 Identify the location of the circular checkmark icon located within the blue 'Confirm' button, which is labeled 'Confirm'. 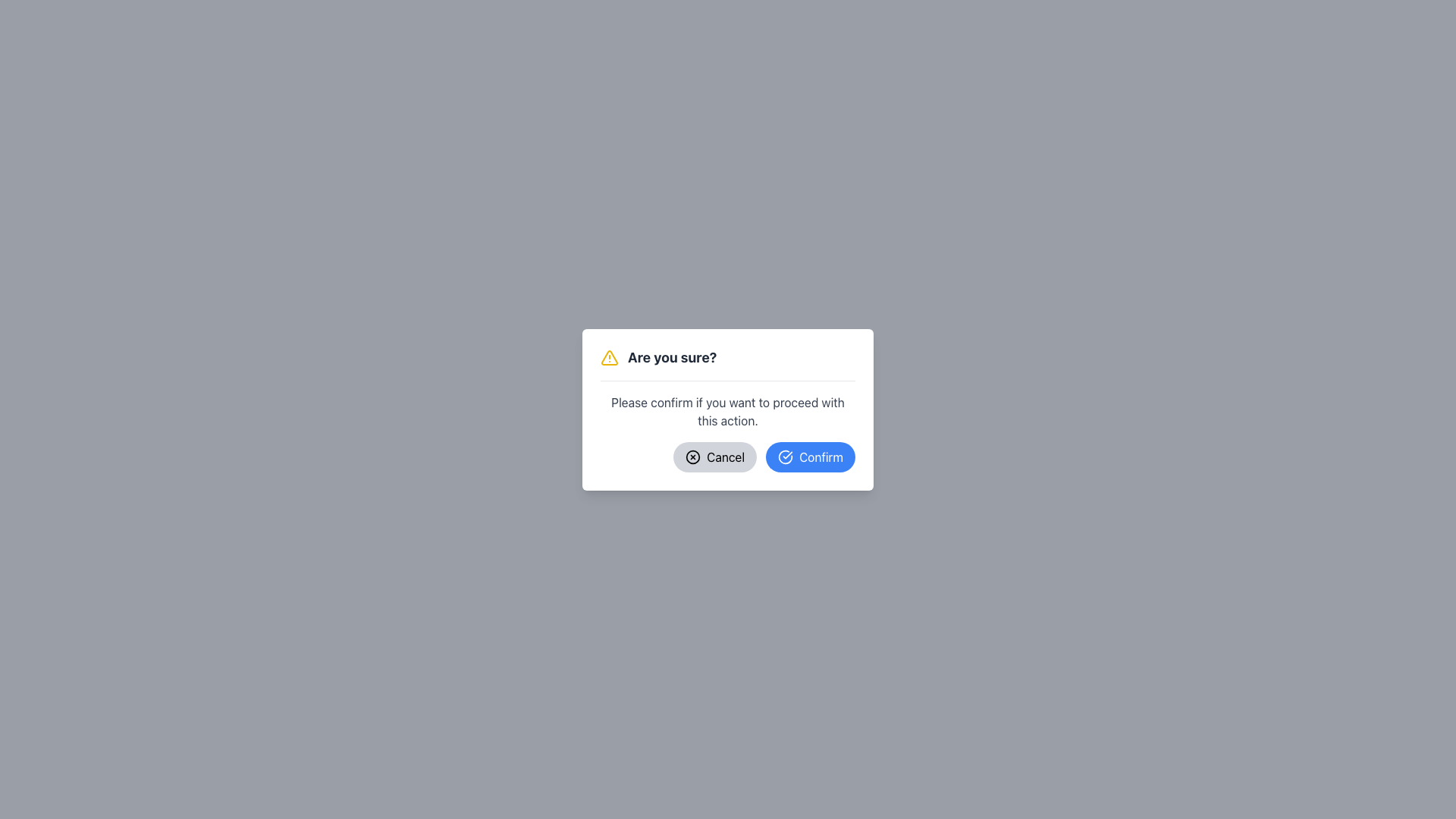
(786, 456).